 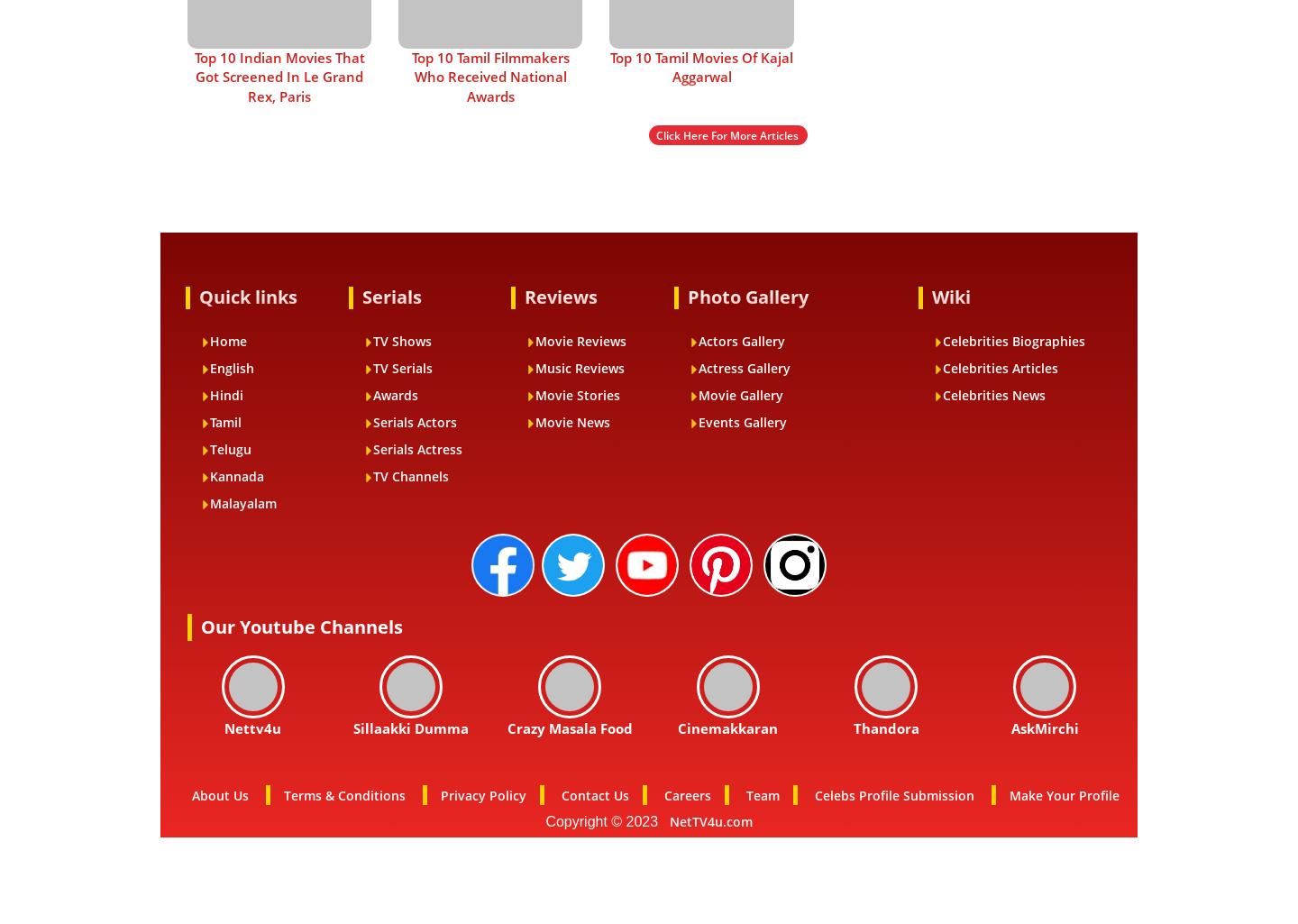 What do you see at coordinates (727, 726) in the screenshot?
I see `'Cinemakkaran'` at bounding box center [727, 726].